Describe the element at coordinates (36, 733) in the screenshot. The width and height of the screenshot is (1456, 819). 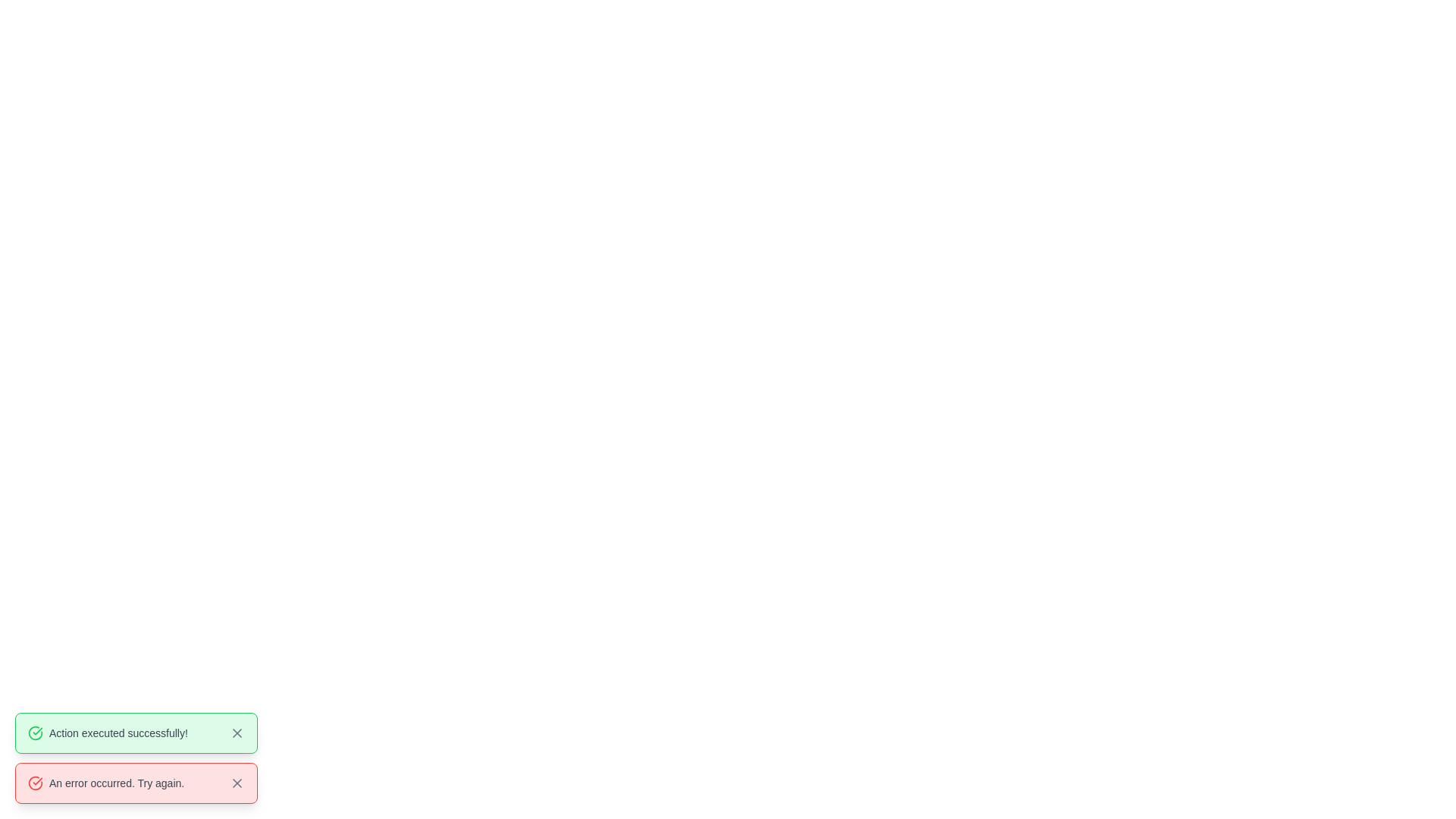
I see `the green circular icon with a checkmark design indicating a successful action, located in the top notification bar to the left of the text 'Action executed successfully!'` at that location.